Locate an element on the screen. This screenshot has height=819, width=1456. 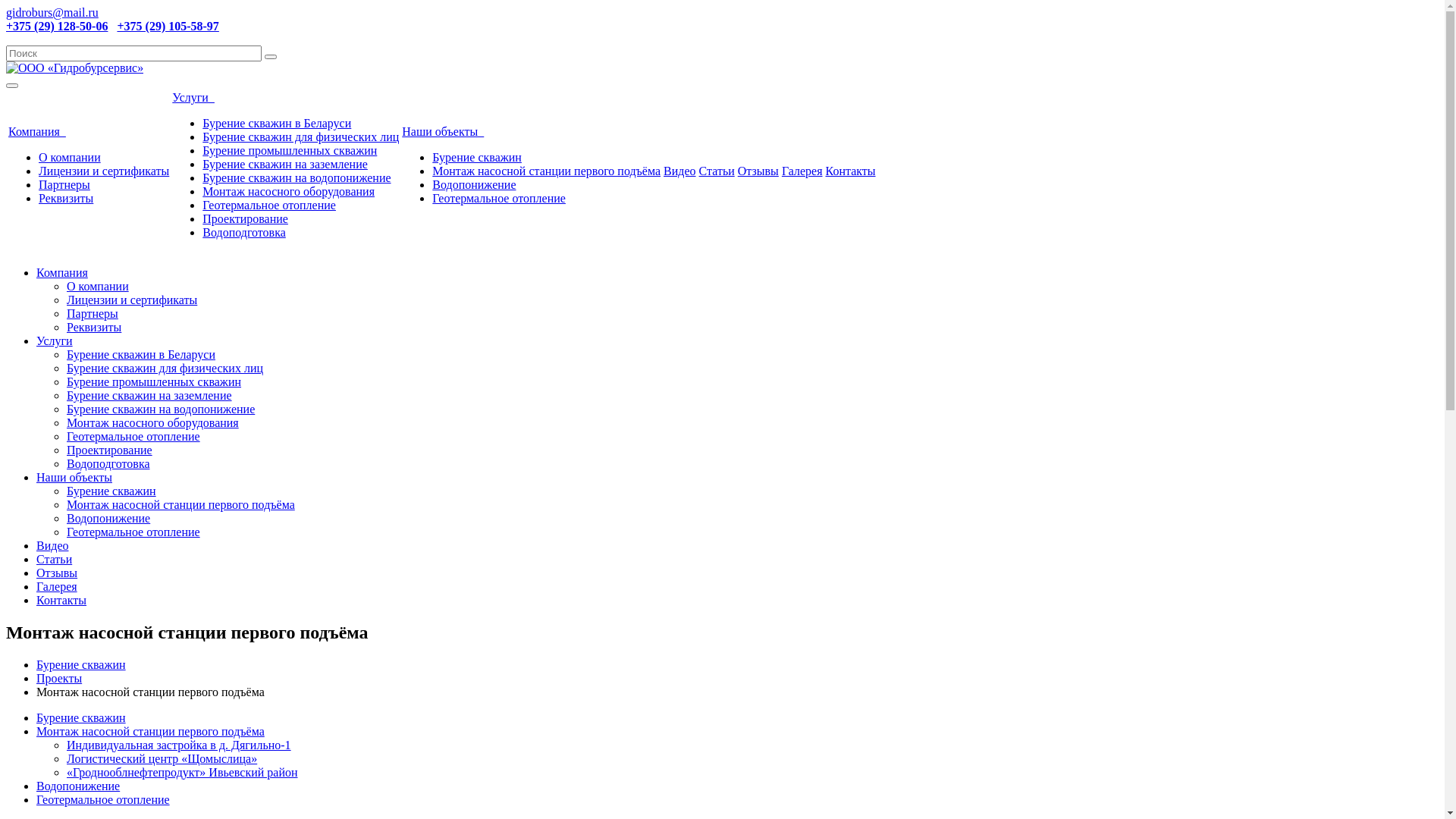
'gidroburs@mail.ru' is located at coordinates (52, 12).